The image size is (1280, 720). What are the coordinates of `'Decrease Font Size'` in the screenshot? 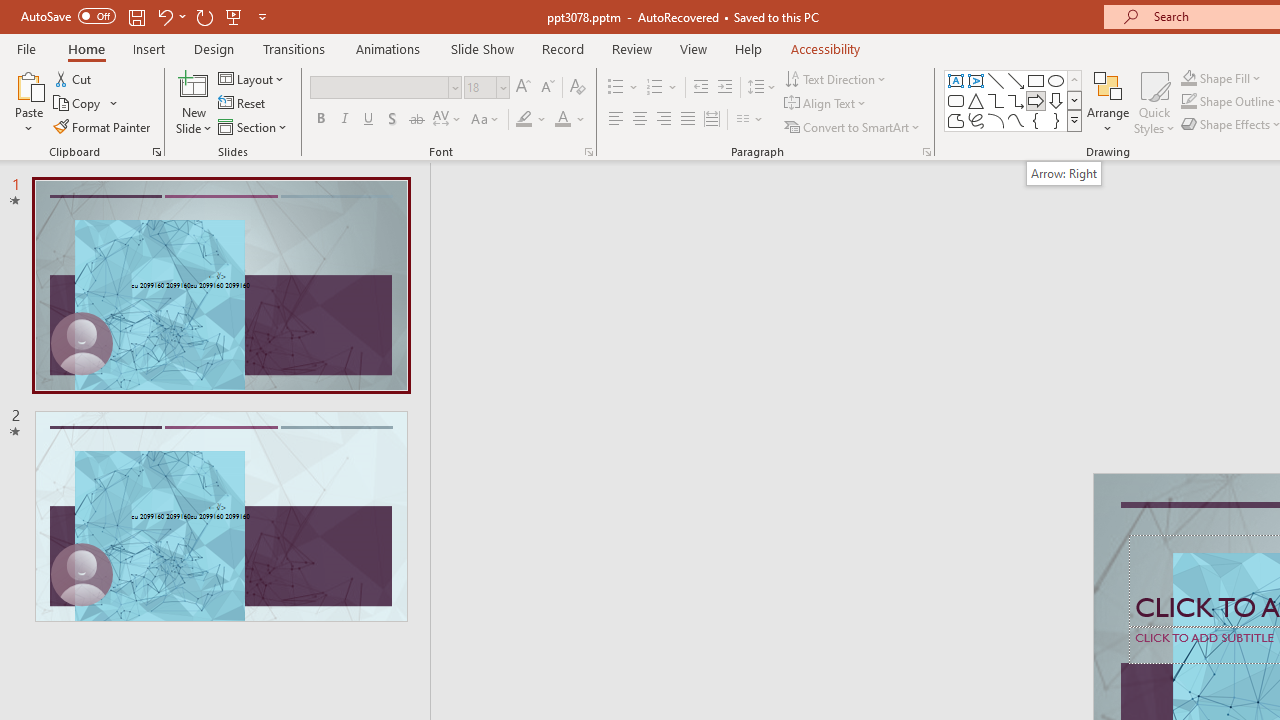 It's located at (547, 86).